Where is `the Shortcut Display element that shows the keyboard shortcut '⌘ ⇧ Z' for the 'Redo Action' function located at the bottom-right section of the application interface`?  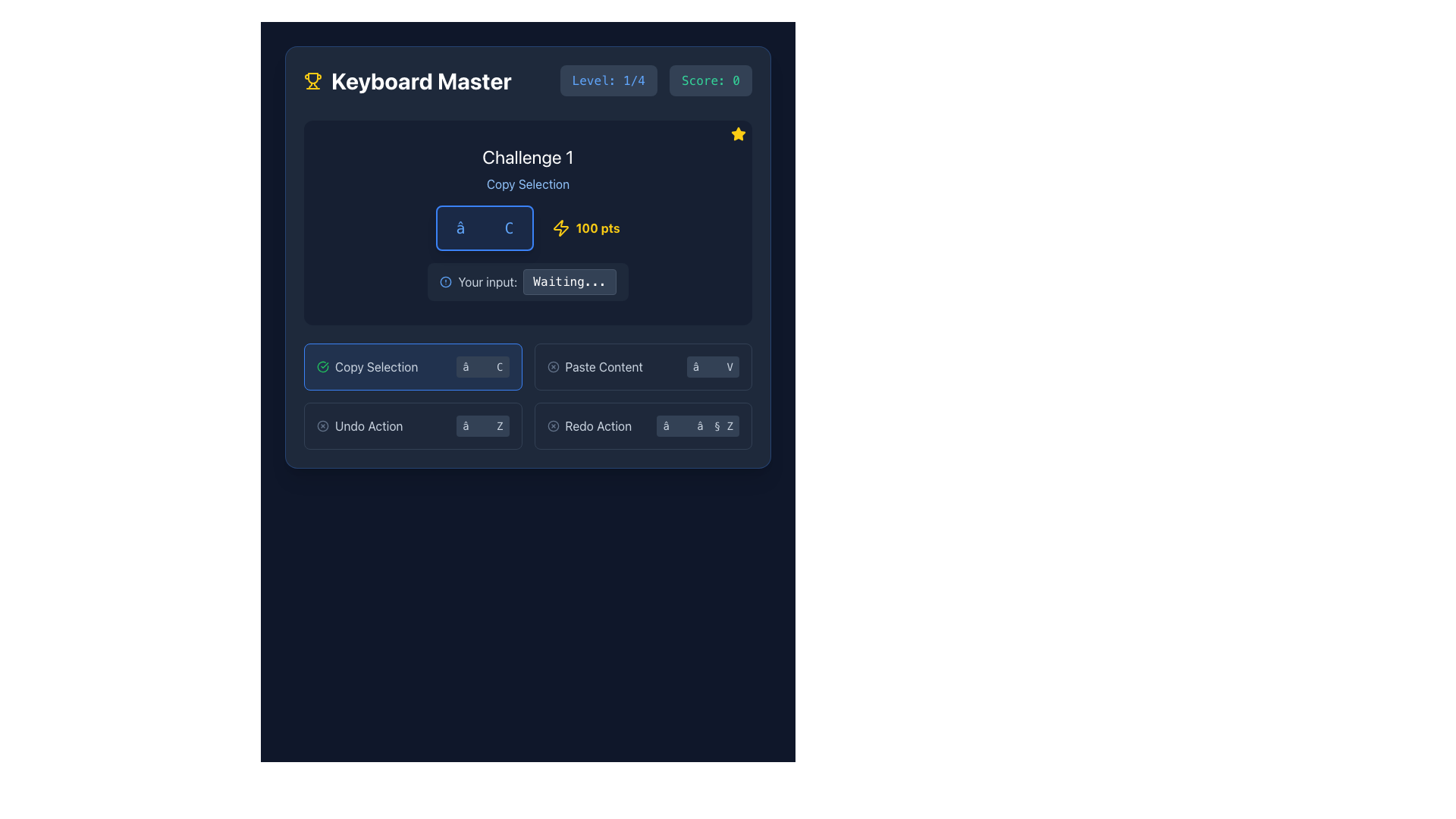
the Shortcut Display element that shows the keyboard shortcut '⌘ ⇧ Z' for the 'Redo Action' function located at the bottom-right section of the application interface is located at coordinates (697, 426).